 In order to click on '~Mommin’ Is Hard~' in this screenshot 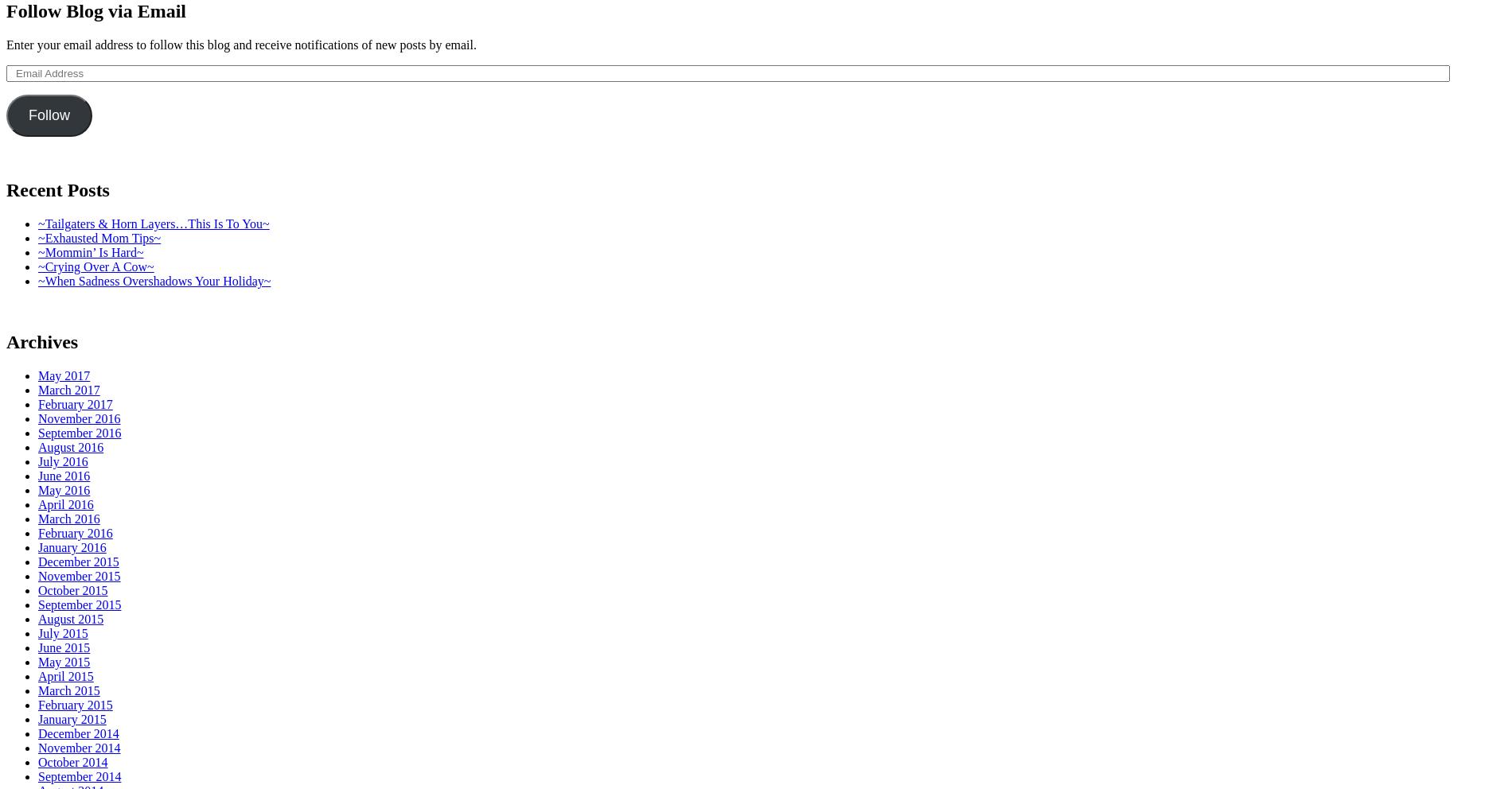, I will do `click(91, 252)`.